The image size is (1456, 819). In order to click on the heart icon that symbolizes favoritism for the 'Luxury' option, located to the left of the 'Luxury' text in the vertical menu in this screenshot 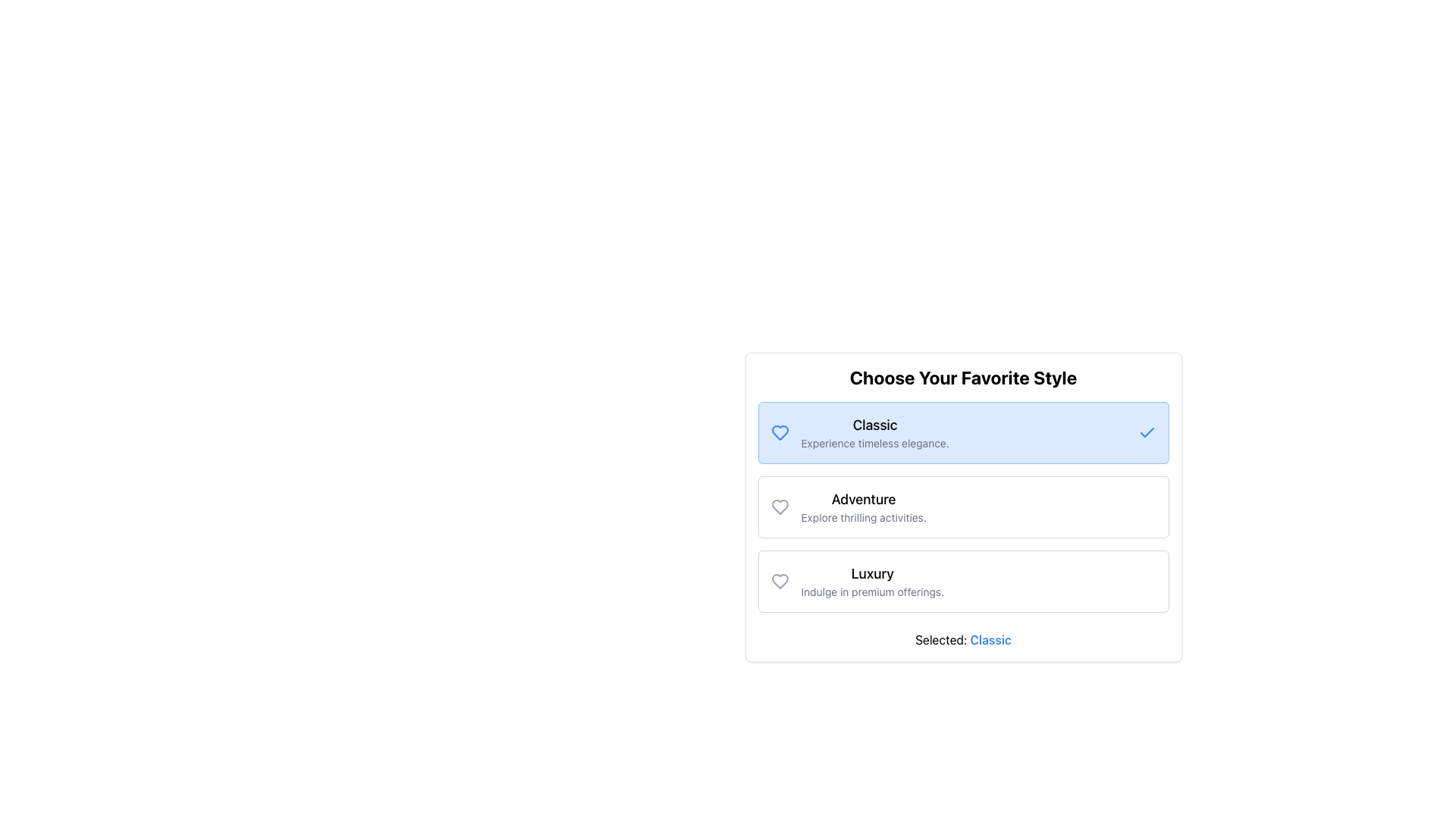, I will do `click(780, 581)`.